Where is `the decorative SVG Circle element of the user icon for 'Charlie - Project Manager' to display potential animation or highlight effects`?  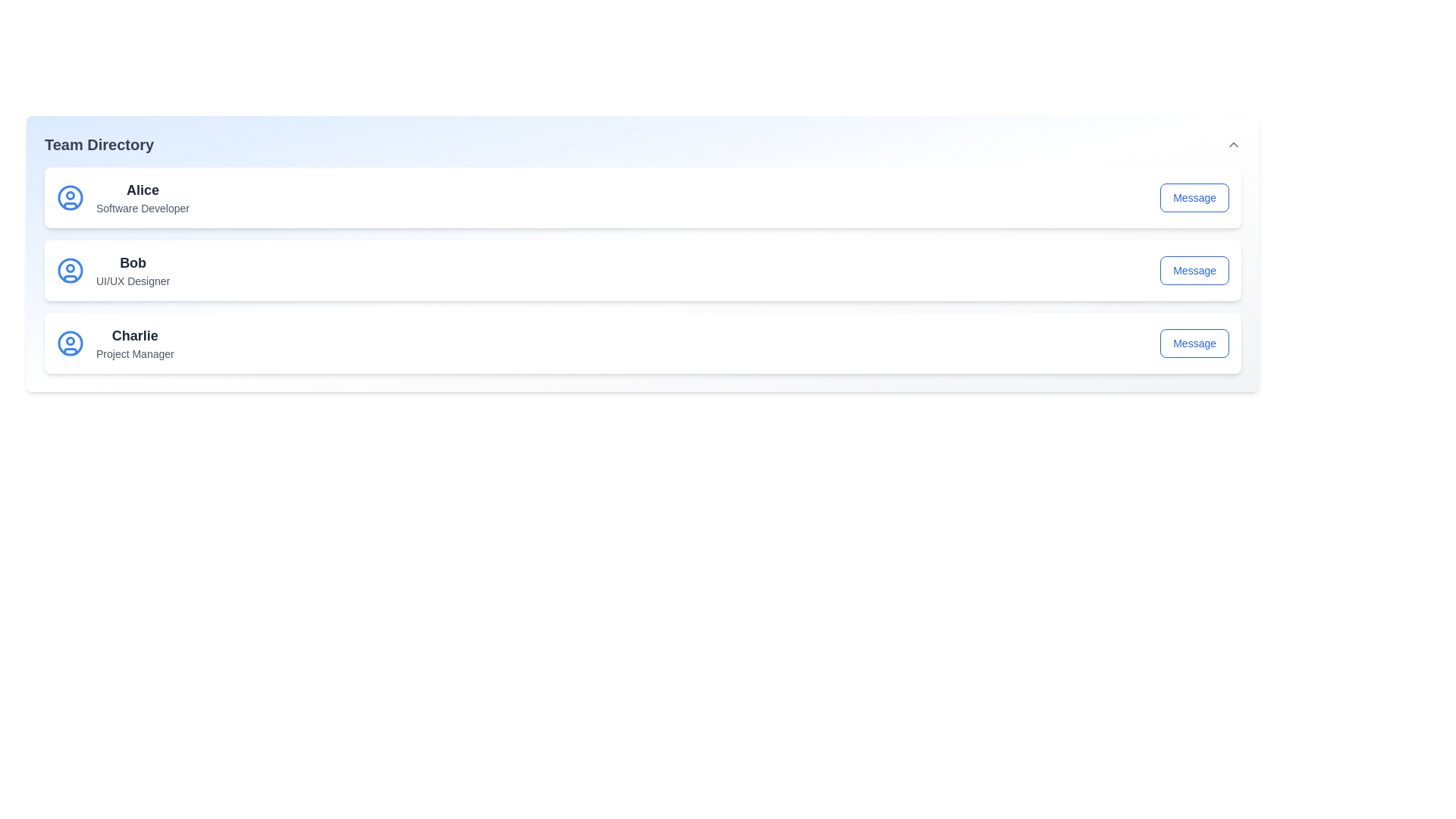
the decorative SVG Circle element of the user icon for 'Charlie - Project Manager' to display potential animation or highlight effects is located at coordinates (69, 343).